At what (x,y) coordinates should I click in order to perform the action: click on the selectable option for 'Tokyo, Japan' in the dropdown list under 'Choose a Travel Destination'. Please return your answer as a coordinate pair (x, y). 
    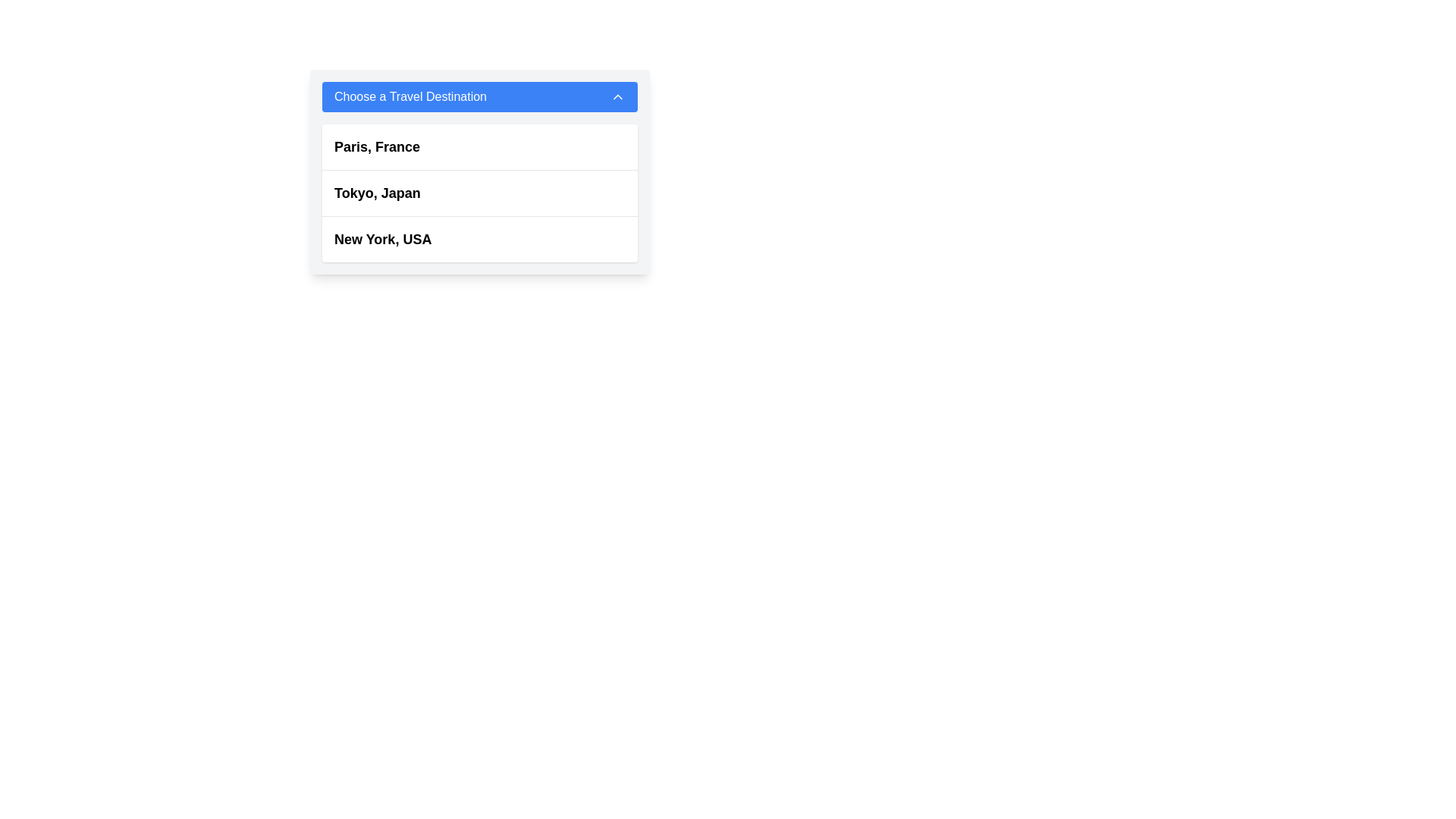
    Looking at the image, I should click on (479, 192).